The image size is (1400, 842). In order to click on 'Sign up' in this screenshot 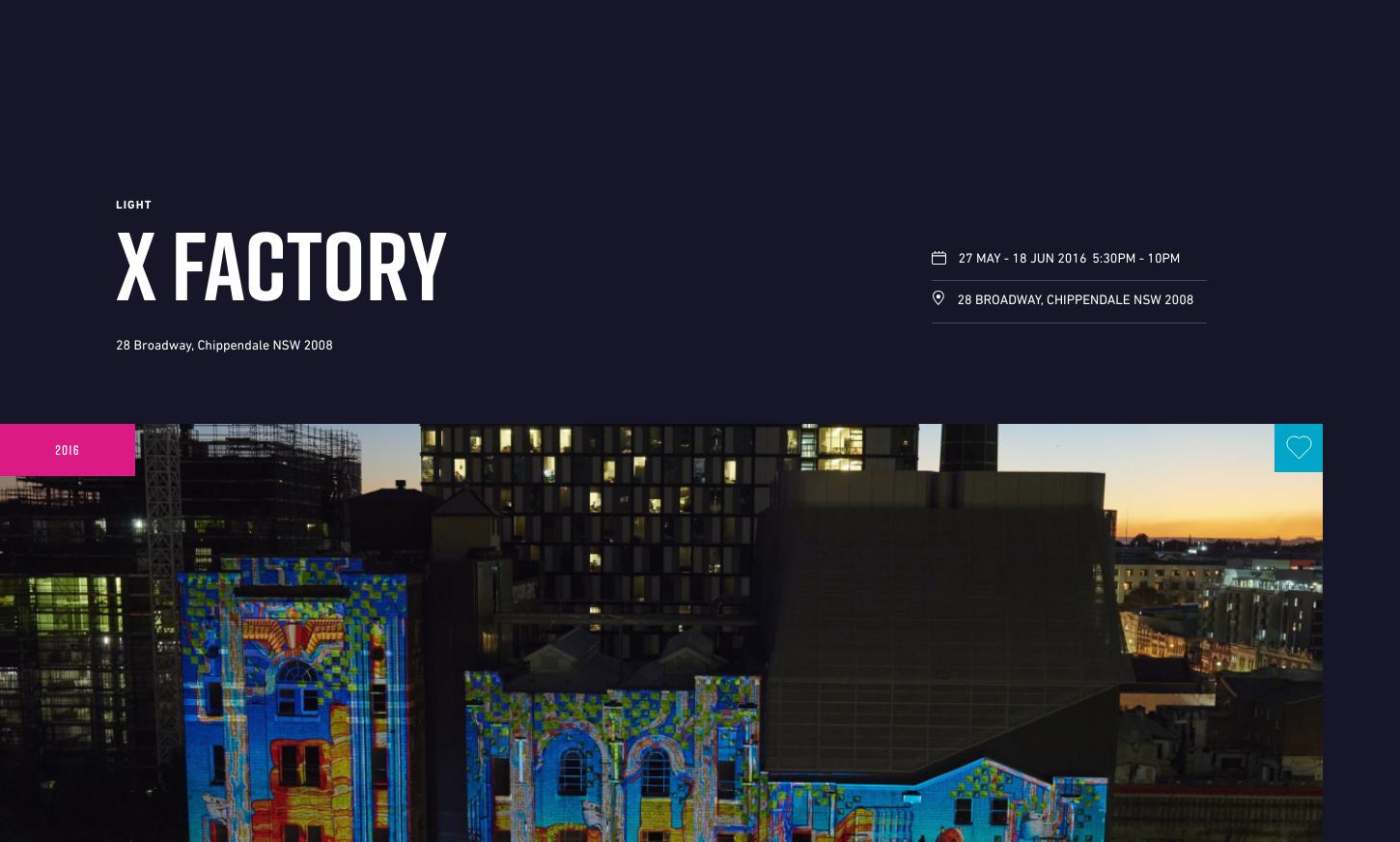, I will do `click(965, 61)`.